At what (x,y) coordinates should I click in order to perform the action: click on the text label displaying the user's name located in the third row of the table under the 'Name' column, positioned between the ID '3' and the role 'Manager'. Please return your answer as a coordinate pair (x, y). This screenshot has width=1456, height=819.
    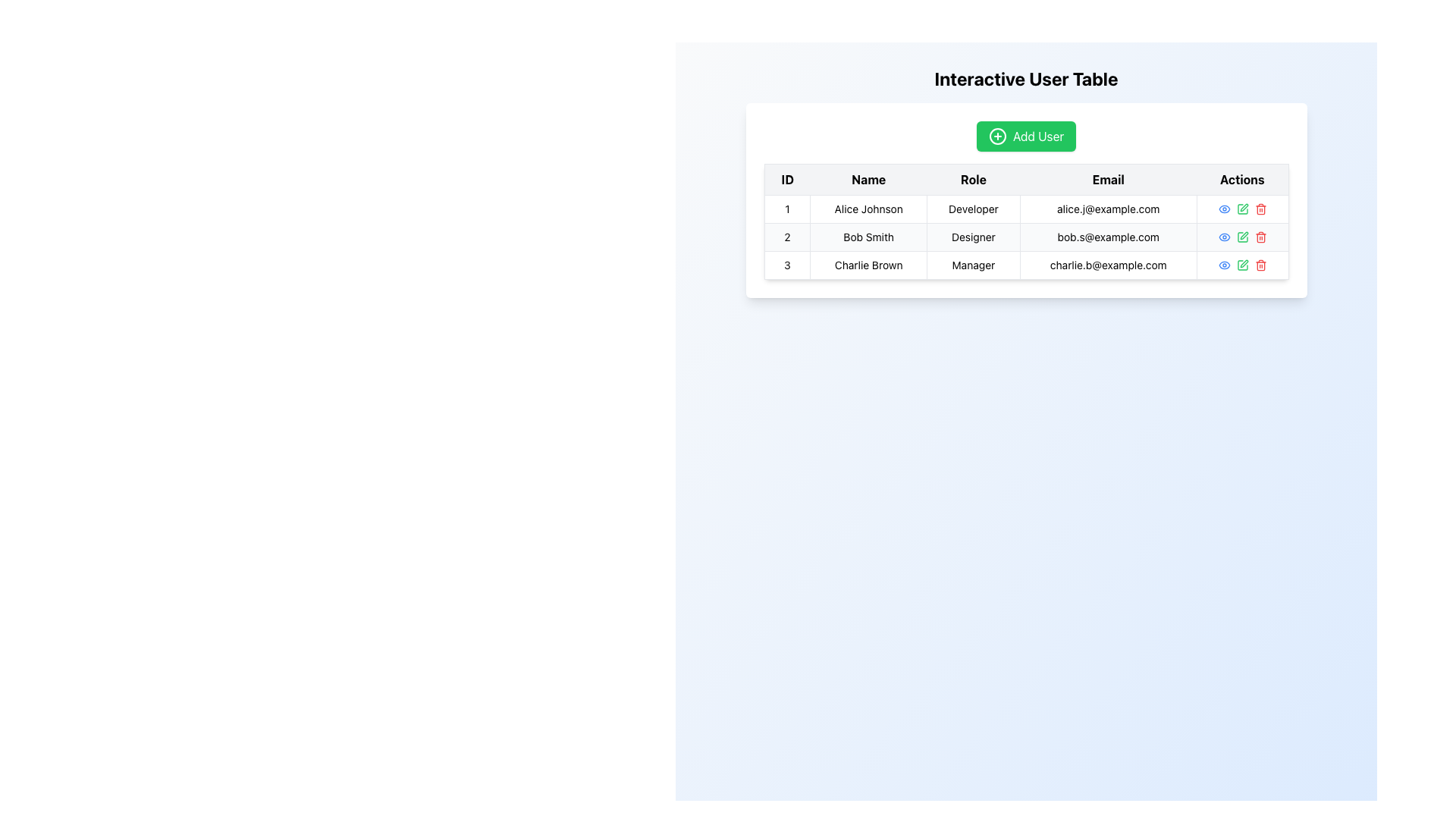
    Looking at the image, I should click on (868, 265).